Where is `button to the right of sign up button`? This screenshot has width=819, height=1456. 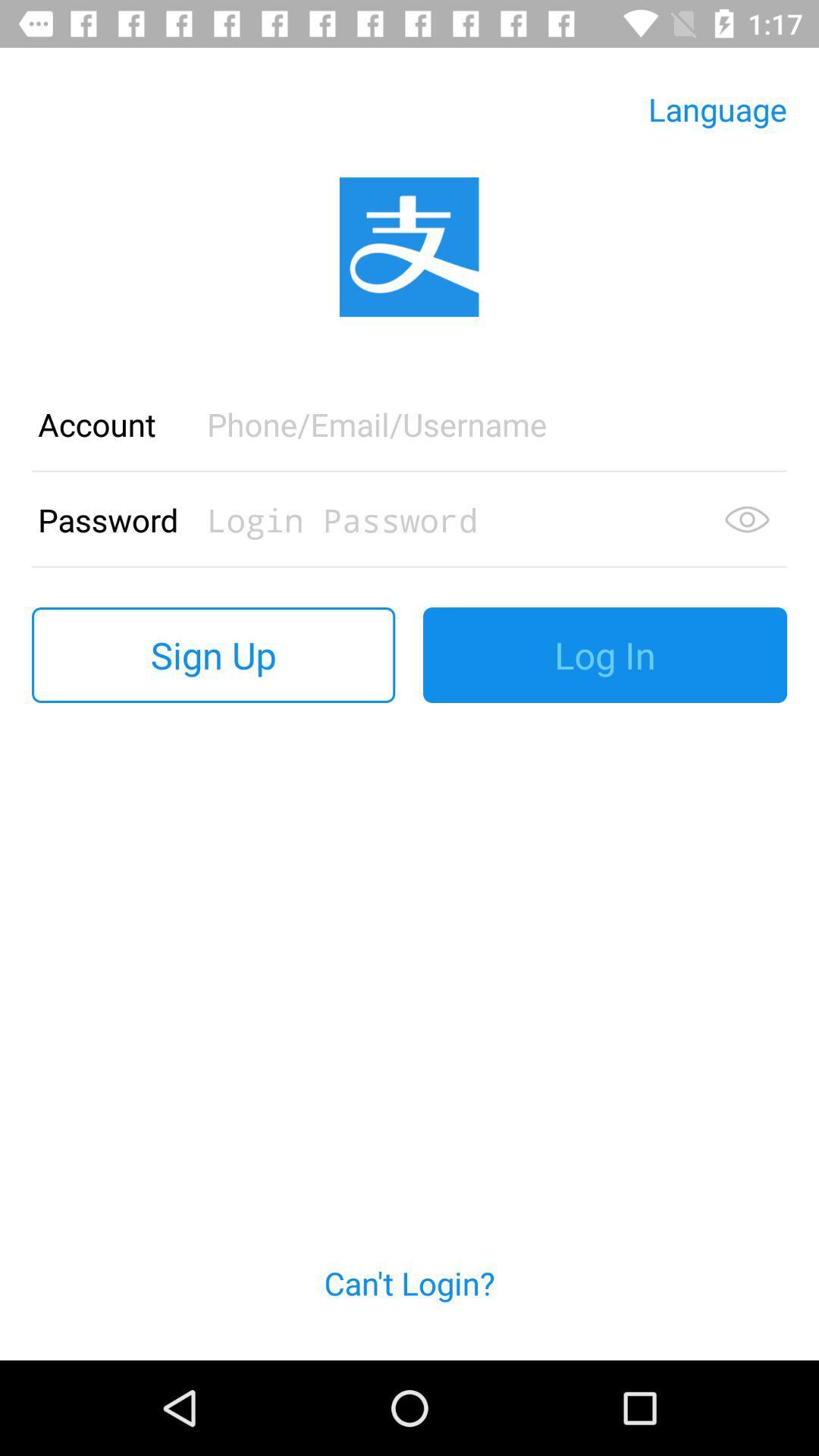
button to the right of sign up button is located at coordinates (604, 655).